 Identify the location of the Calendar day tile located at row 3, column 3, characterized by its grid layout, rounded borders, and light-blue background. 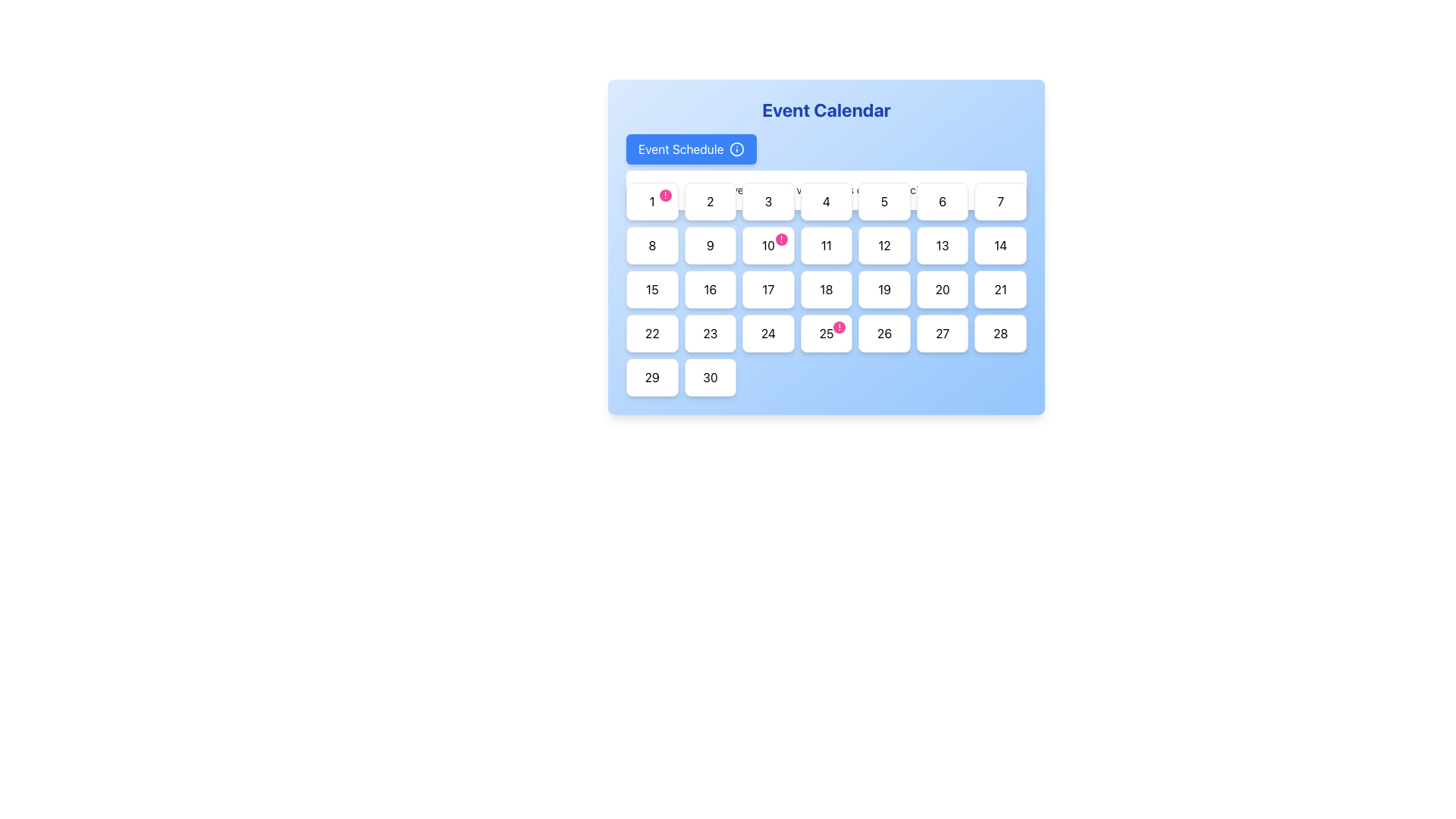
(825, 289).